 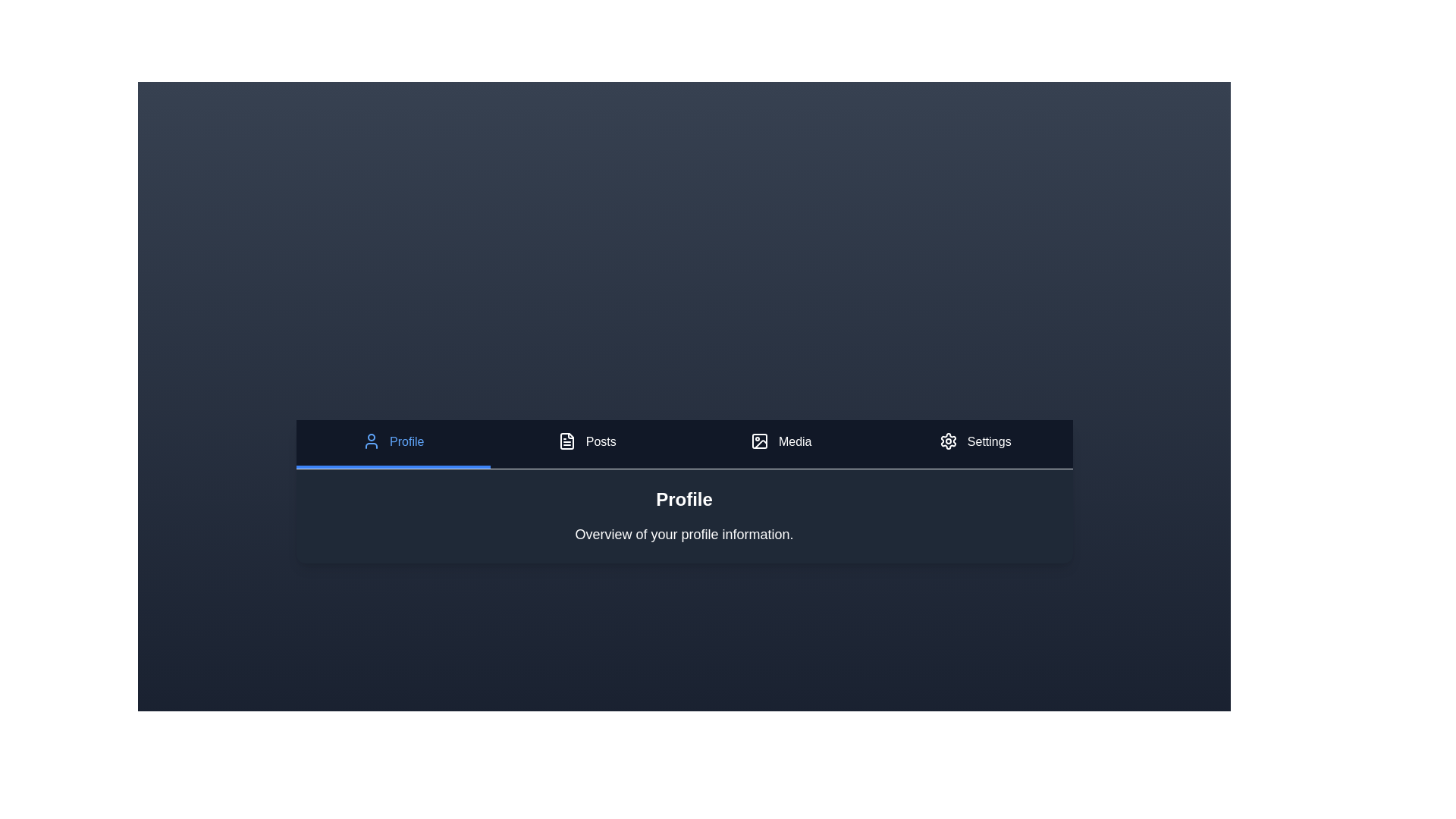 What do you see at coordinates (781, 444) in the screenshot?
I see `the tab corresponding to Media to display its content` at bounding box center [781, 444].